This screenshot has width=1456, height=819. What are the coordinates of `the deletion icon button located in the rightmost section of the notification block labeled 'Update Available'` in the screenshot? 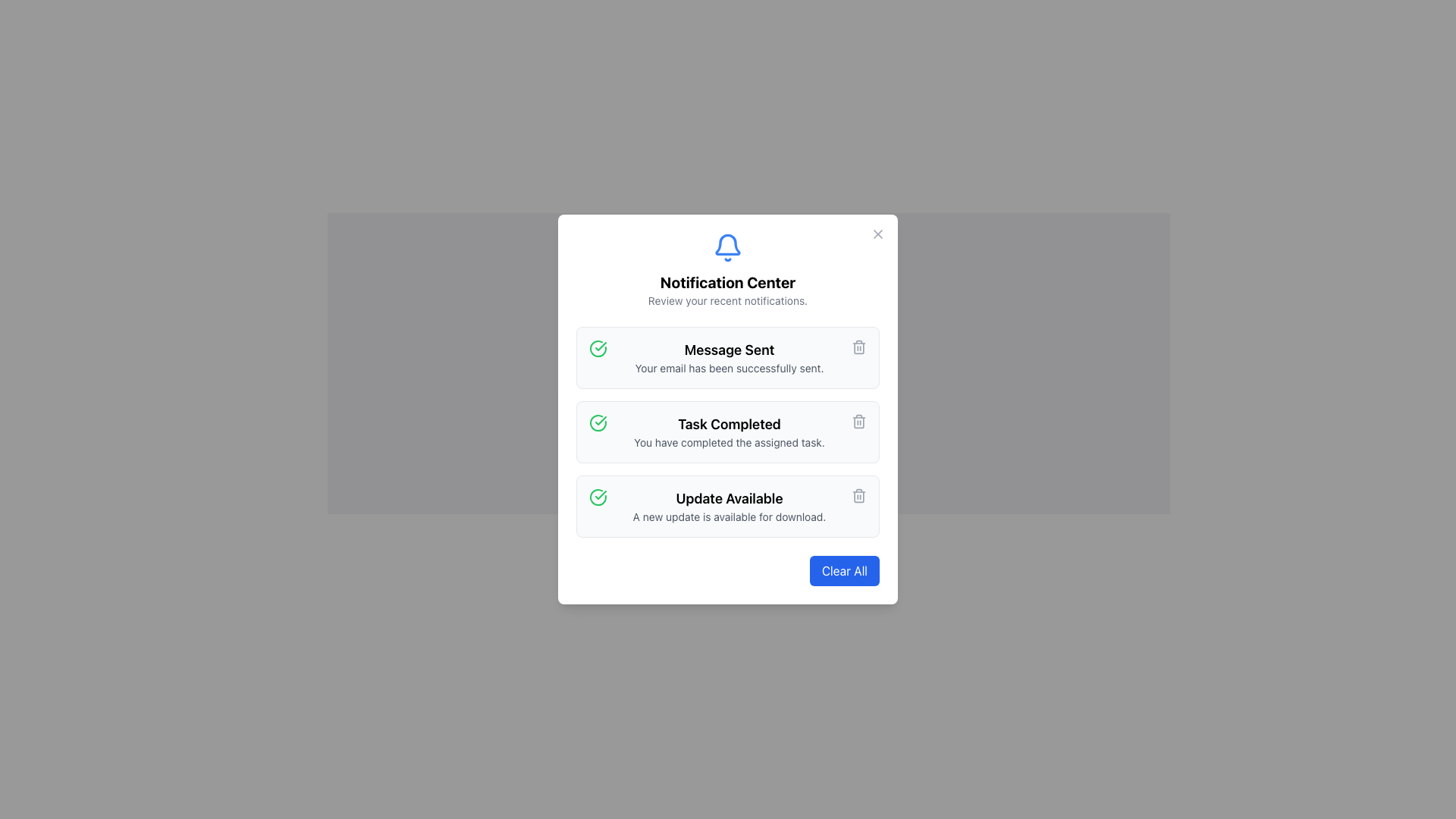 It's located at (858, 496).